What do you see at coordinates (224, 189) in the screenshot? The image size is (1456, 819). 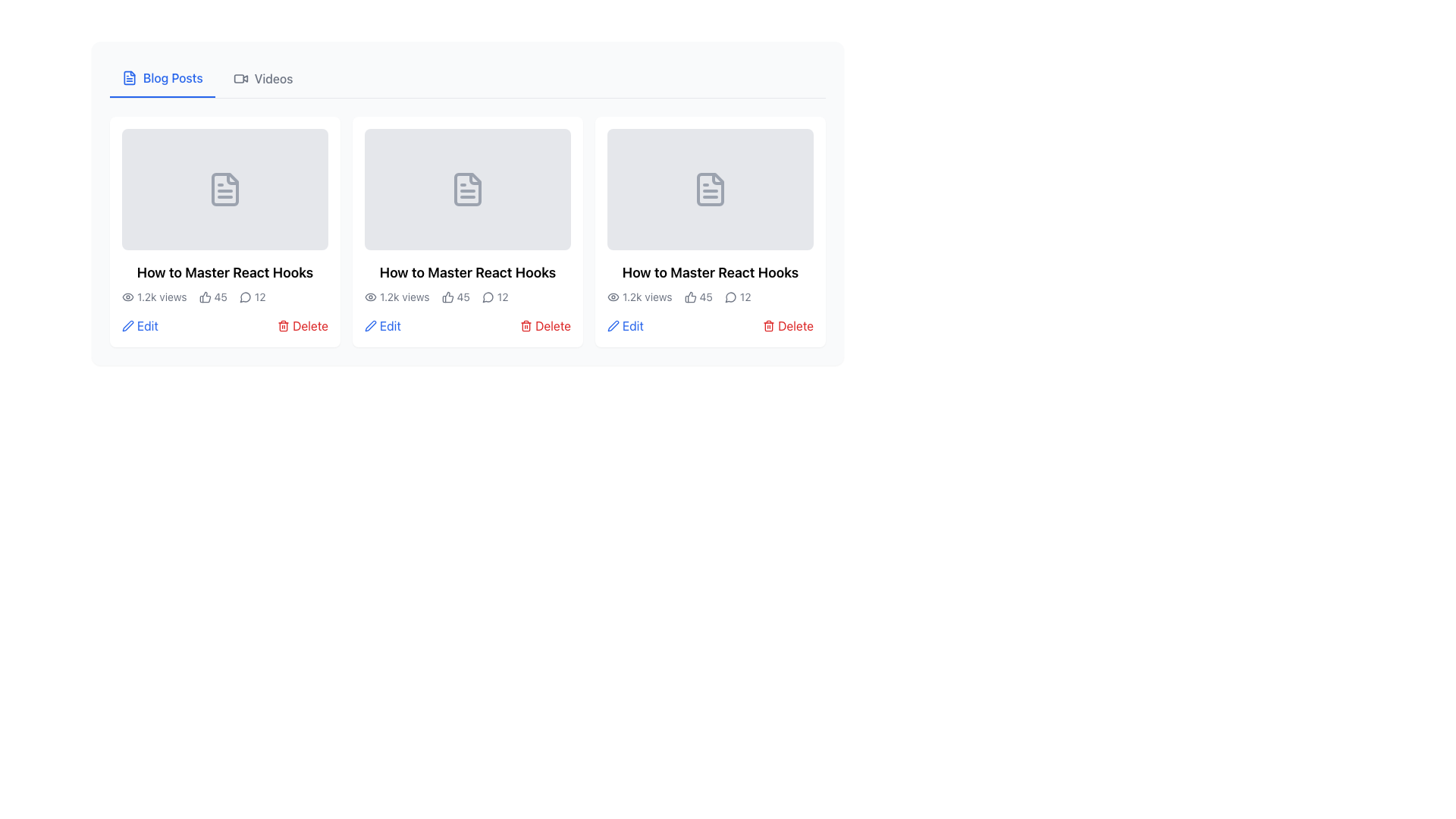 I see `the gray file icon with text lines, located in the top-left corner of the grid layout` at bounding box center [224, 189].